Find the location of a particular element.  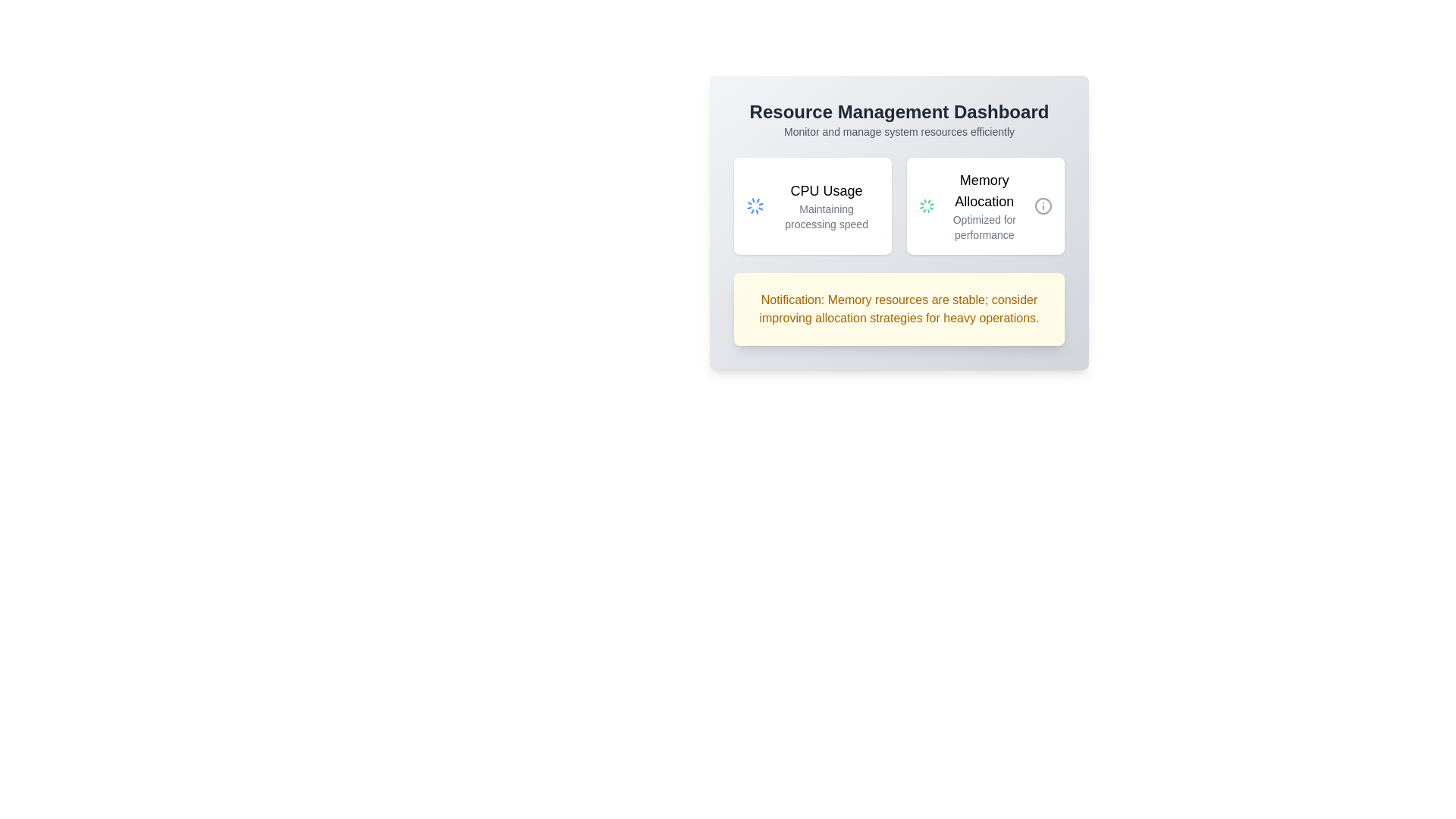

the circular icon with a transparent center and a border, located in the upper-right corner of the Memory Allocation section is located at coordinates (1043, 206).